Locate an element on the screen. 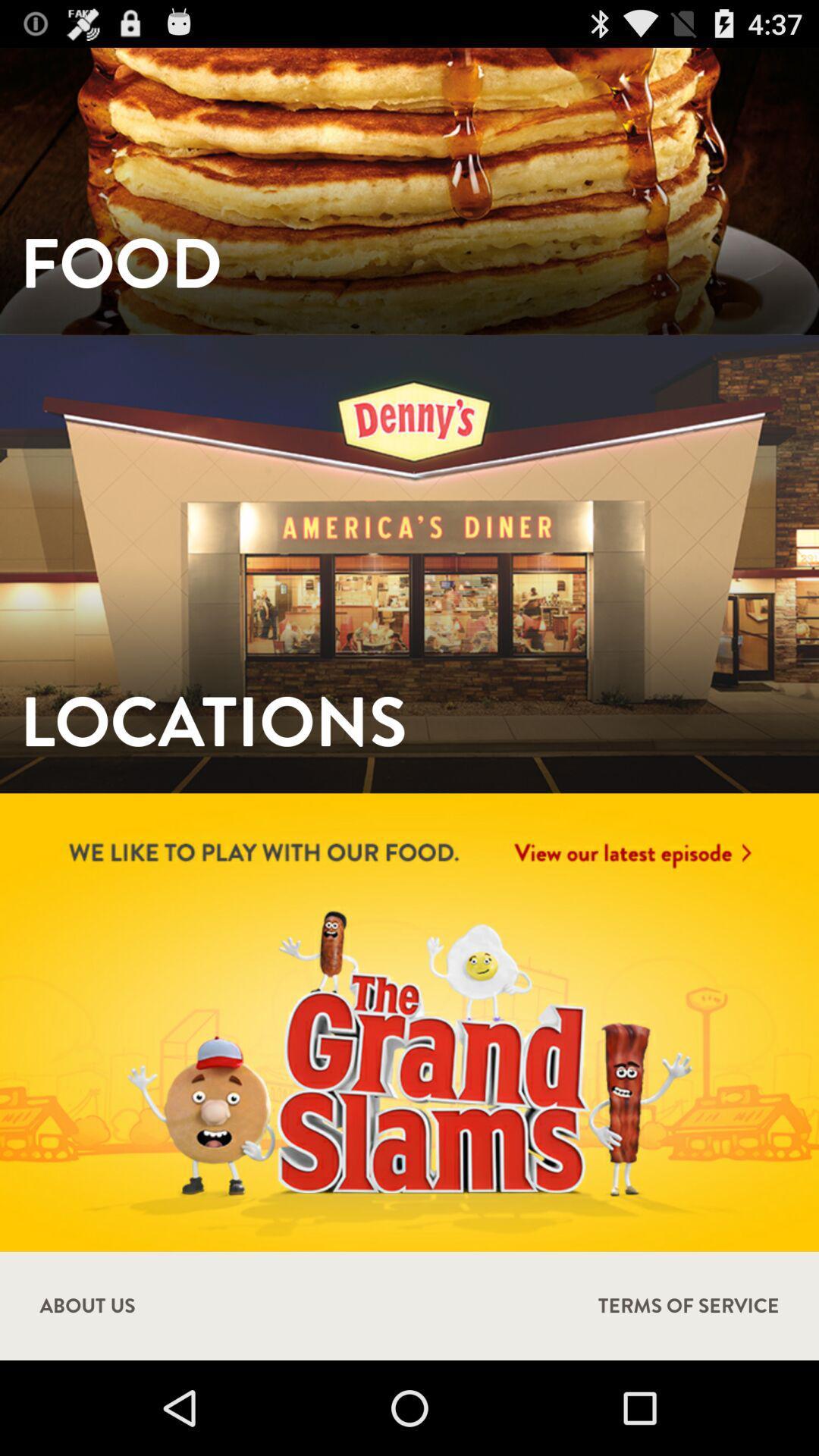  the about us at the bottom left corner is located at coordinates (87, 1305).